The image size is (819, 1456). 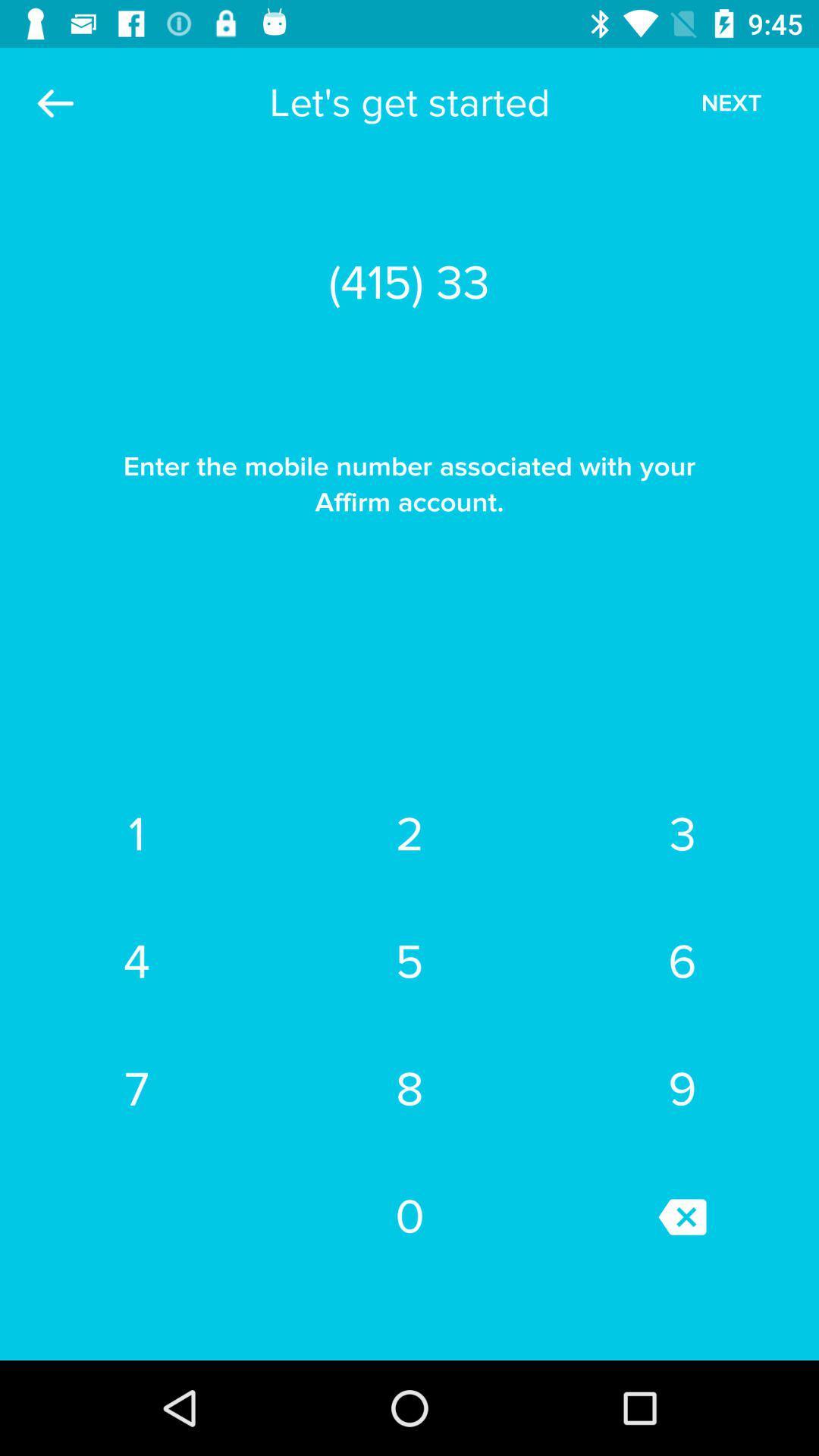 What do you see at coordinates (55, 102) in the screenshot?
I see `the icon at the top left corner` at bounding box center [55, 102].